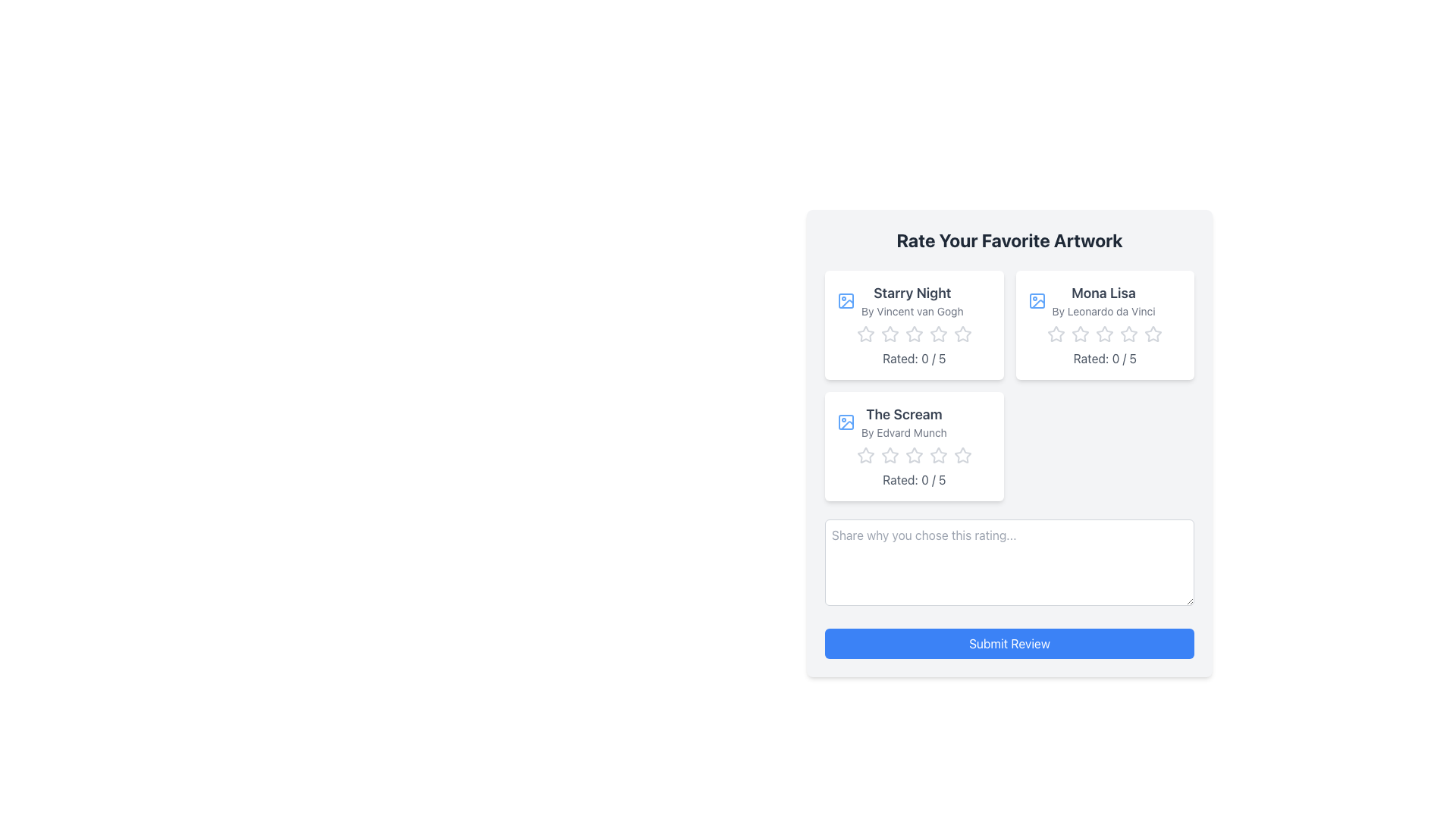  Describe the element at coordinates (890, 333) in the screenshot. I see `the first star button in the rating section of the 'Starry Night' artwork card to rate it` at that location.